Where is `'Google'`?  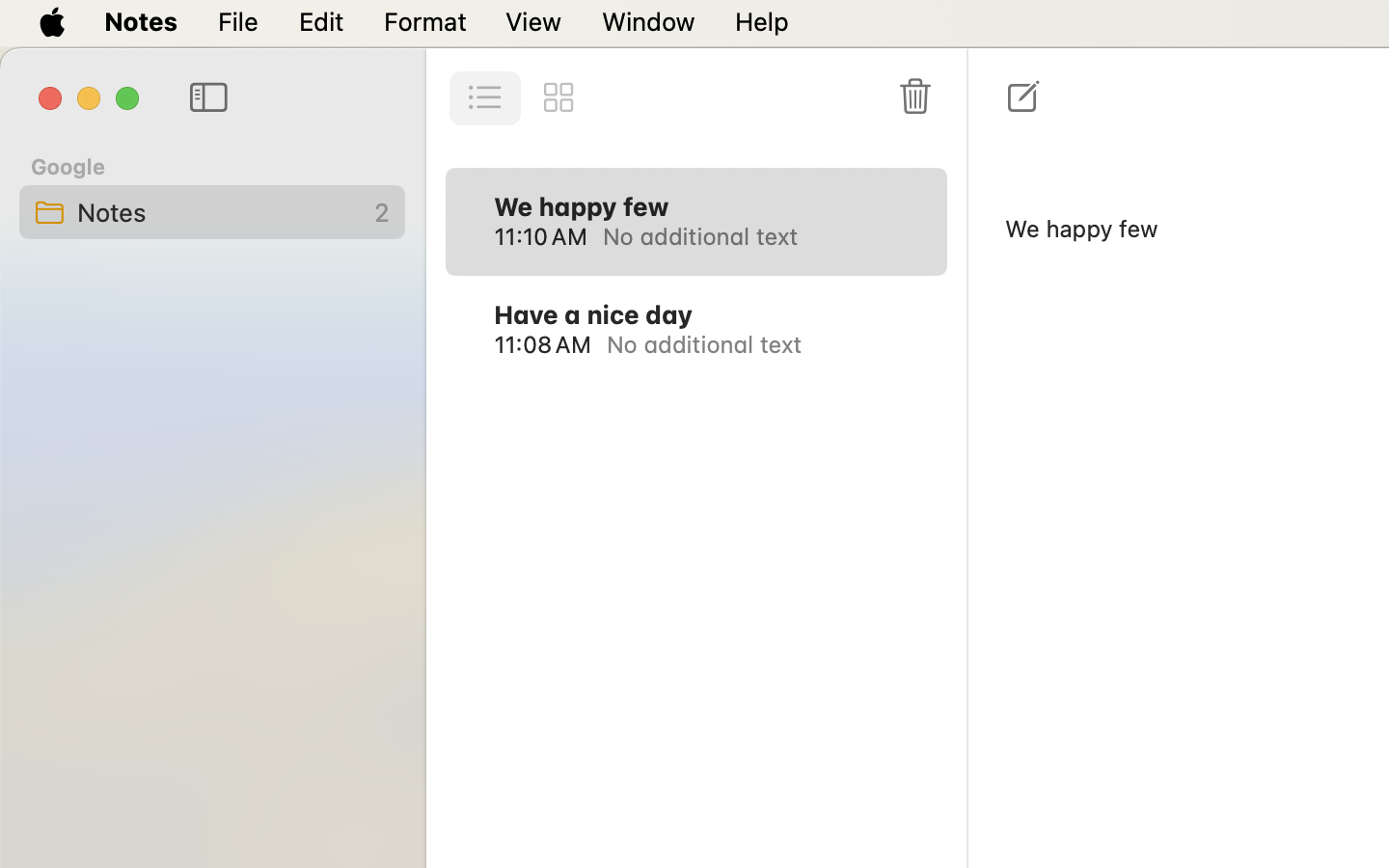 'Google' is located at coordinates (68, 165).